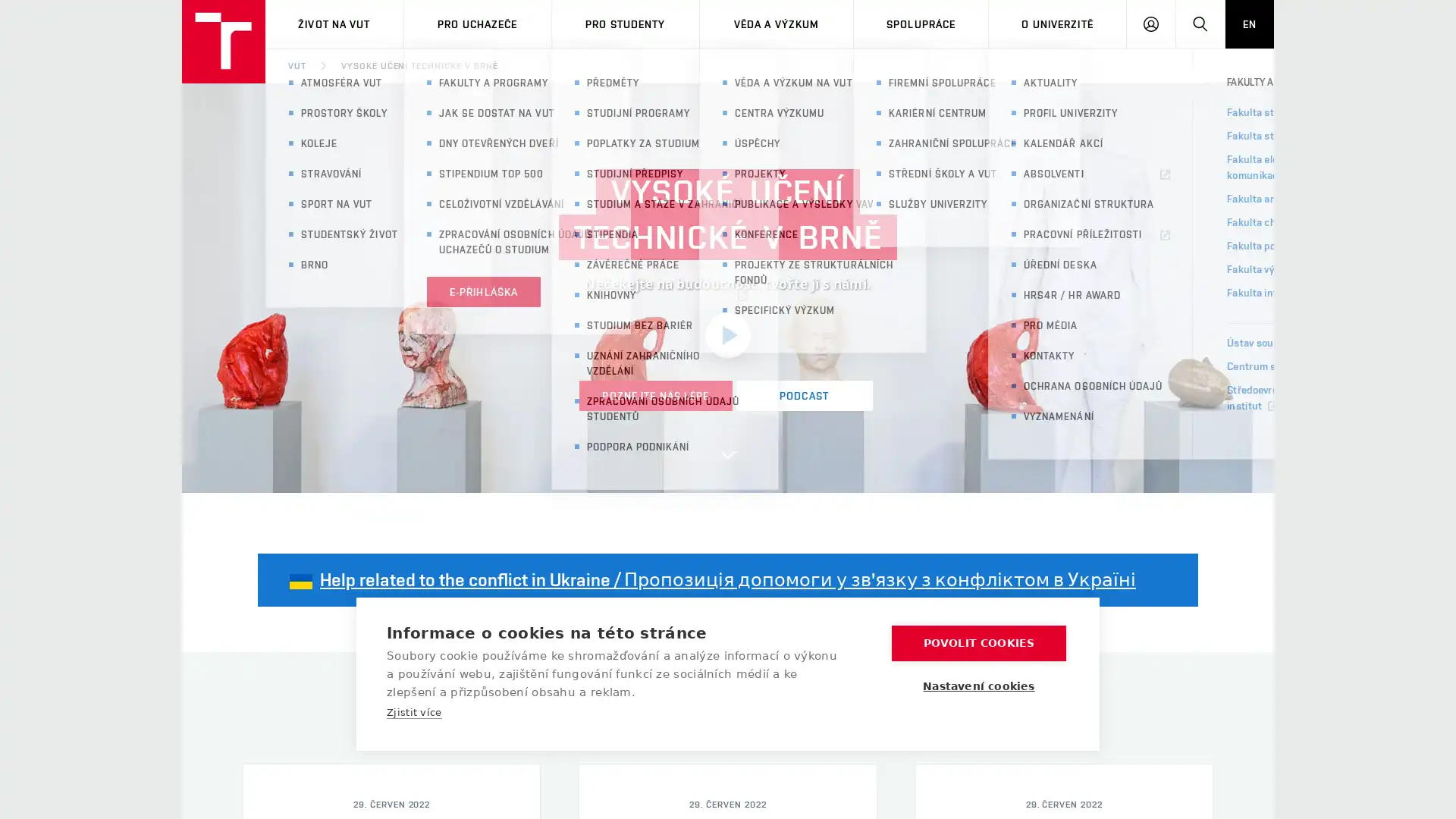 Image resolution: width=1456 pixels, height=819 pixels. What do you see at coordinates (979, 686) in the screenshot?
I see `Nastaveni cookies` at bounding box center [979, 686].